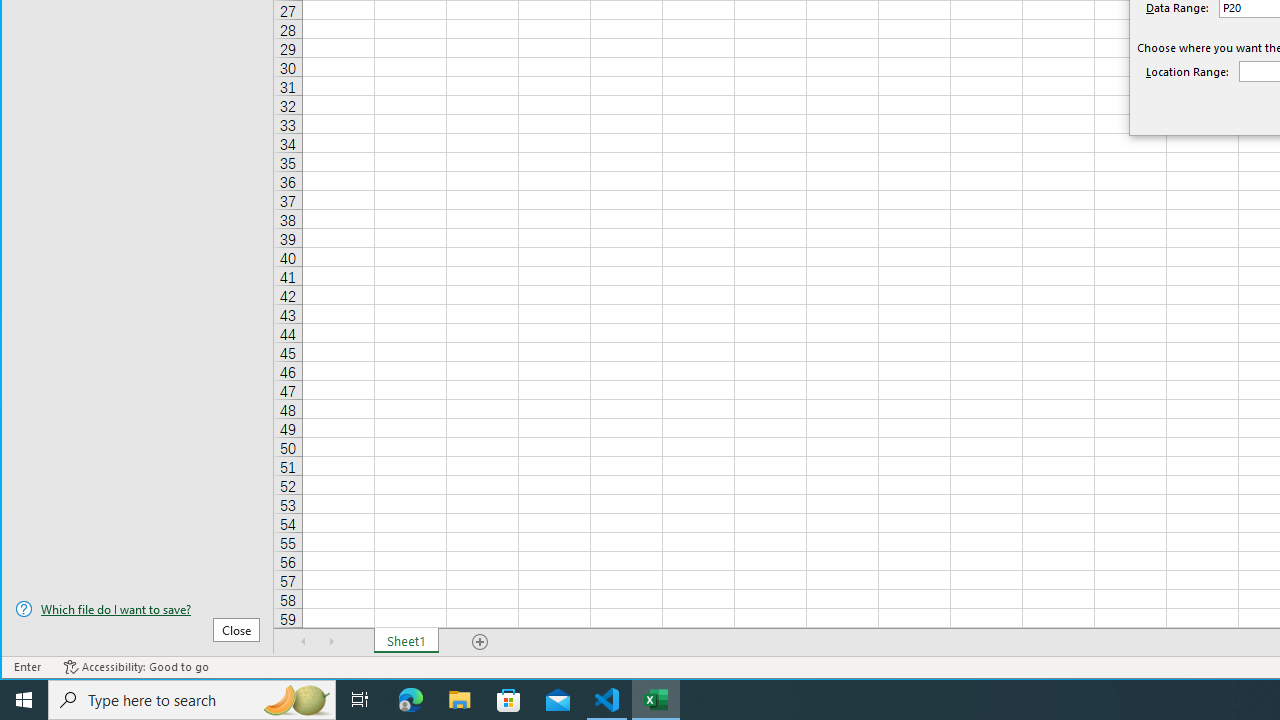 This screenshot has height=720, width=1280. I want to click on 'Sheet1', so click(405, 641).